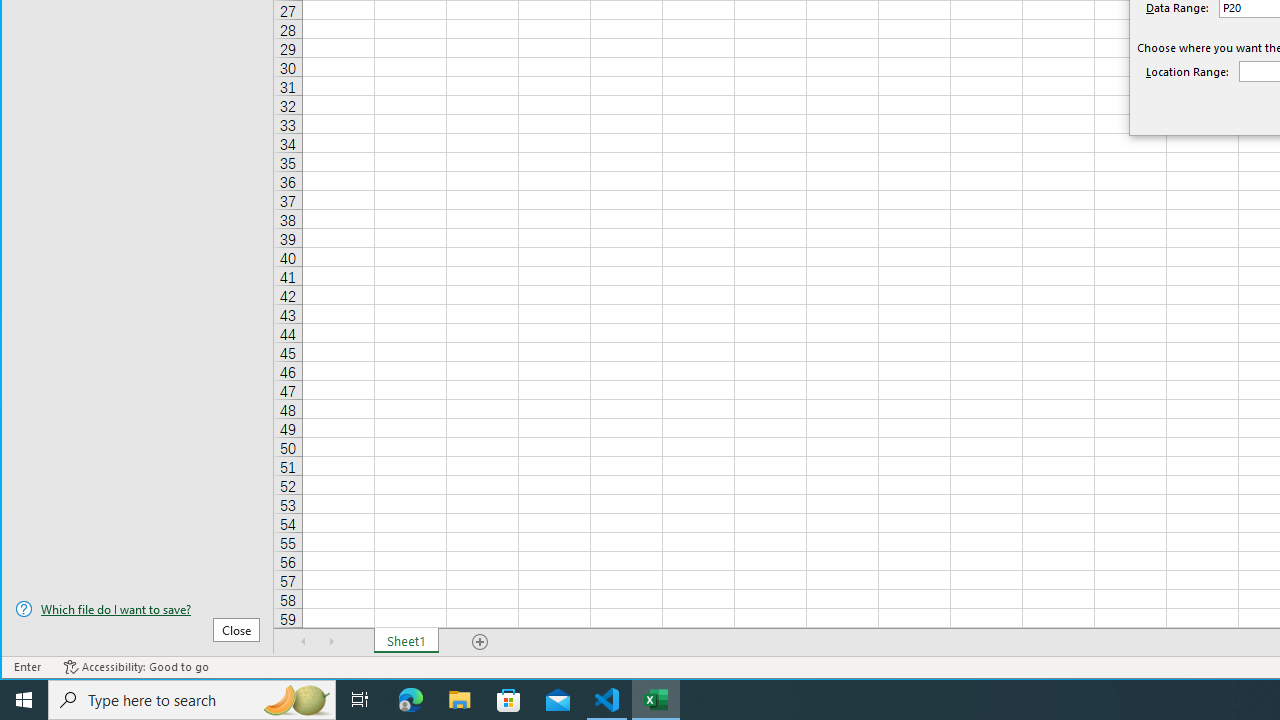 This screenshot has height=720, width=1280. I want to click on 'Sheet1', so click(405, 641).